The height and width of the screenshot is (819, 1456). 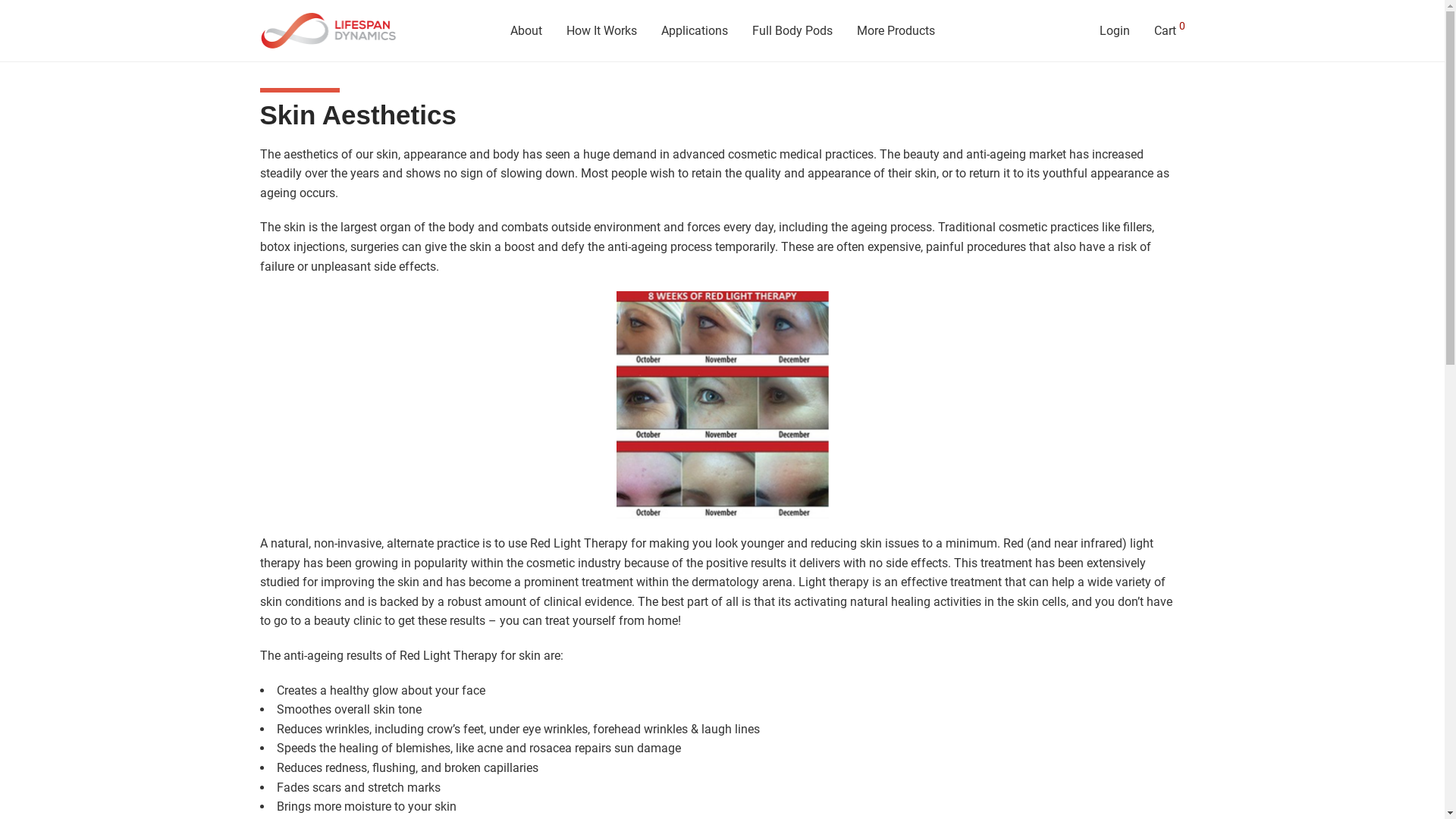 I want to click on 'Applications', so click(x=694, y=31).